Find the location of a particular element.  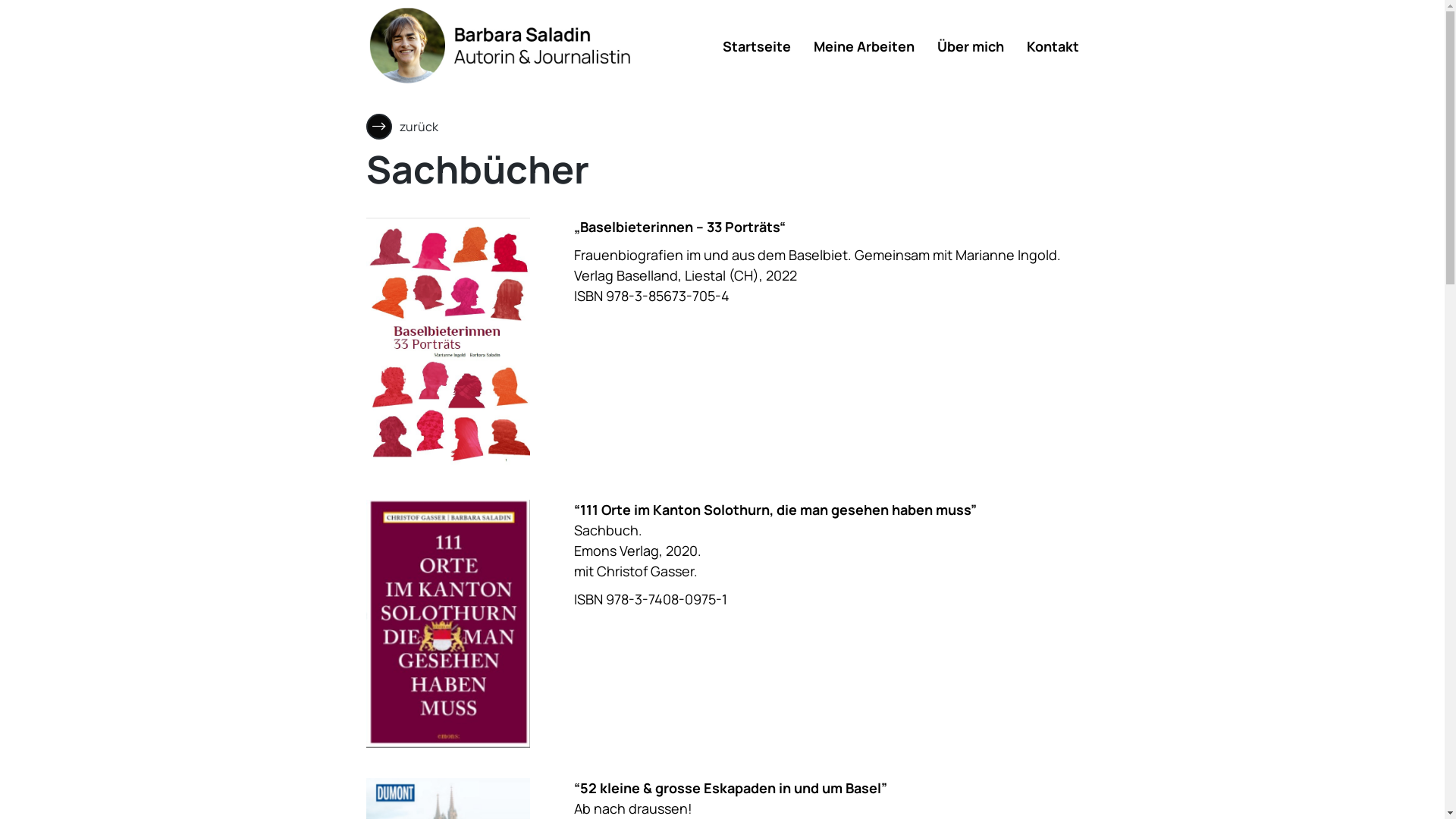

'Startseite' is located at coordinates (756, 45).